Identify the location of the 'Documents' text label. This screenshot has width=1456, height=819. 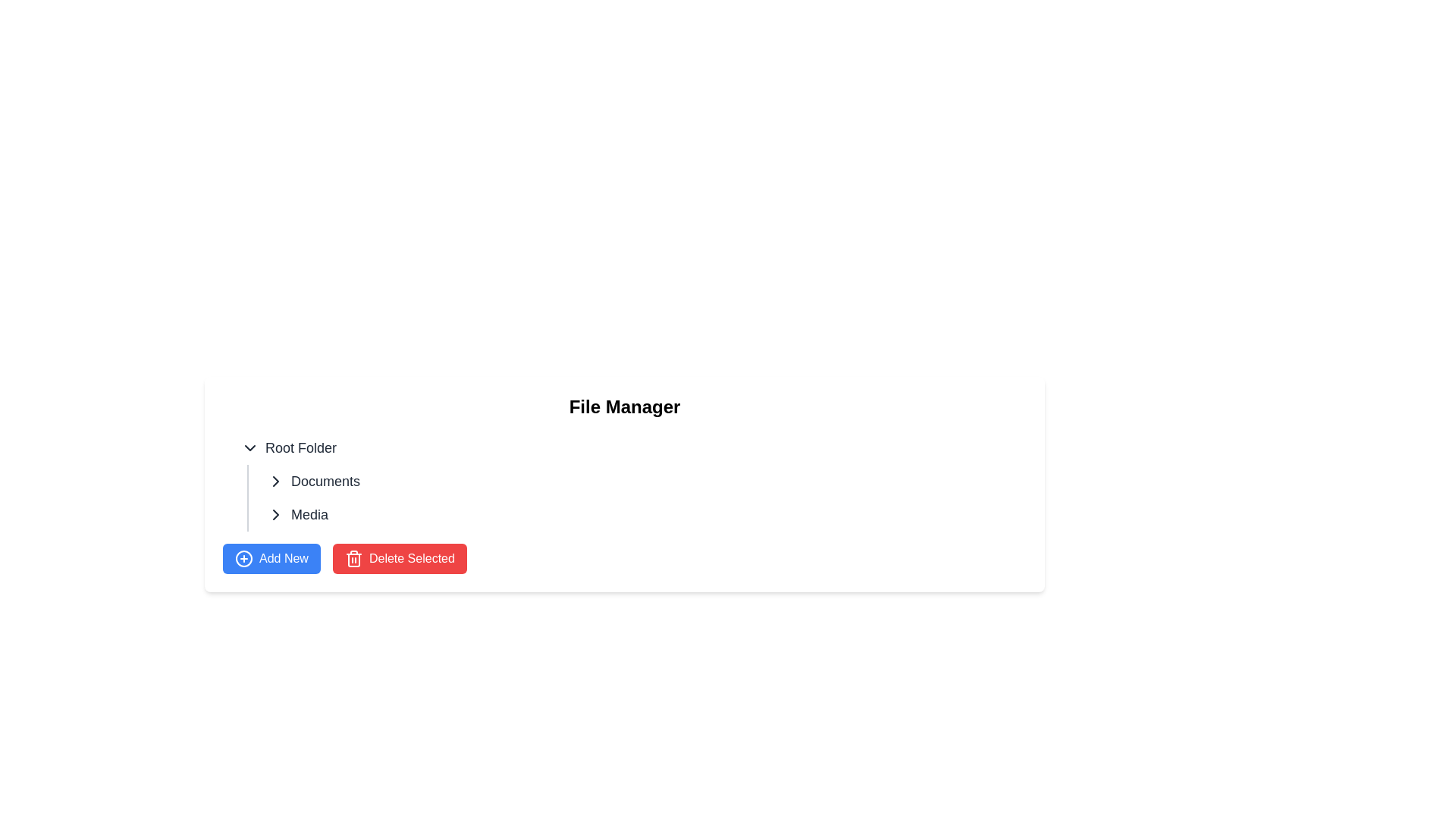
(325, 482).